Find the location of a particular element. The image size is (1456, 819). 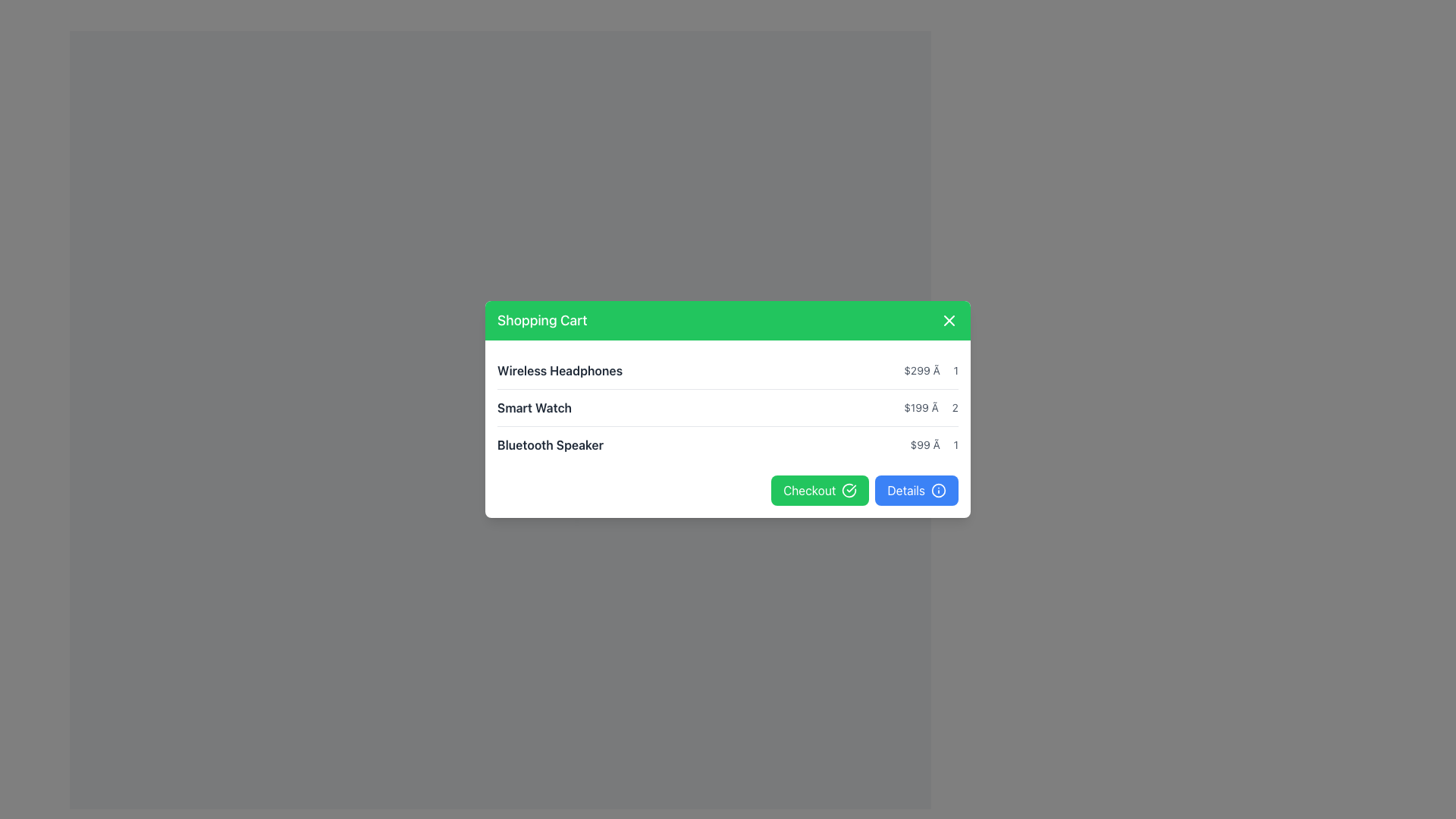

the Text Label that serves as the title of the popup window, located in the green header bar, on the left side before the close button is located at coordinates (542, 320).